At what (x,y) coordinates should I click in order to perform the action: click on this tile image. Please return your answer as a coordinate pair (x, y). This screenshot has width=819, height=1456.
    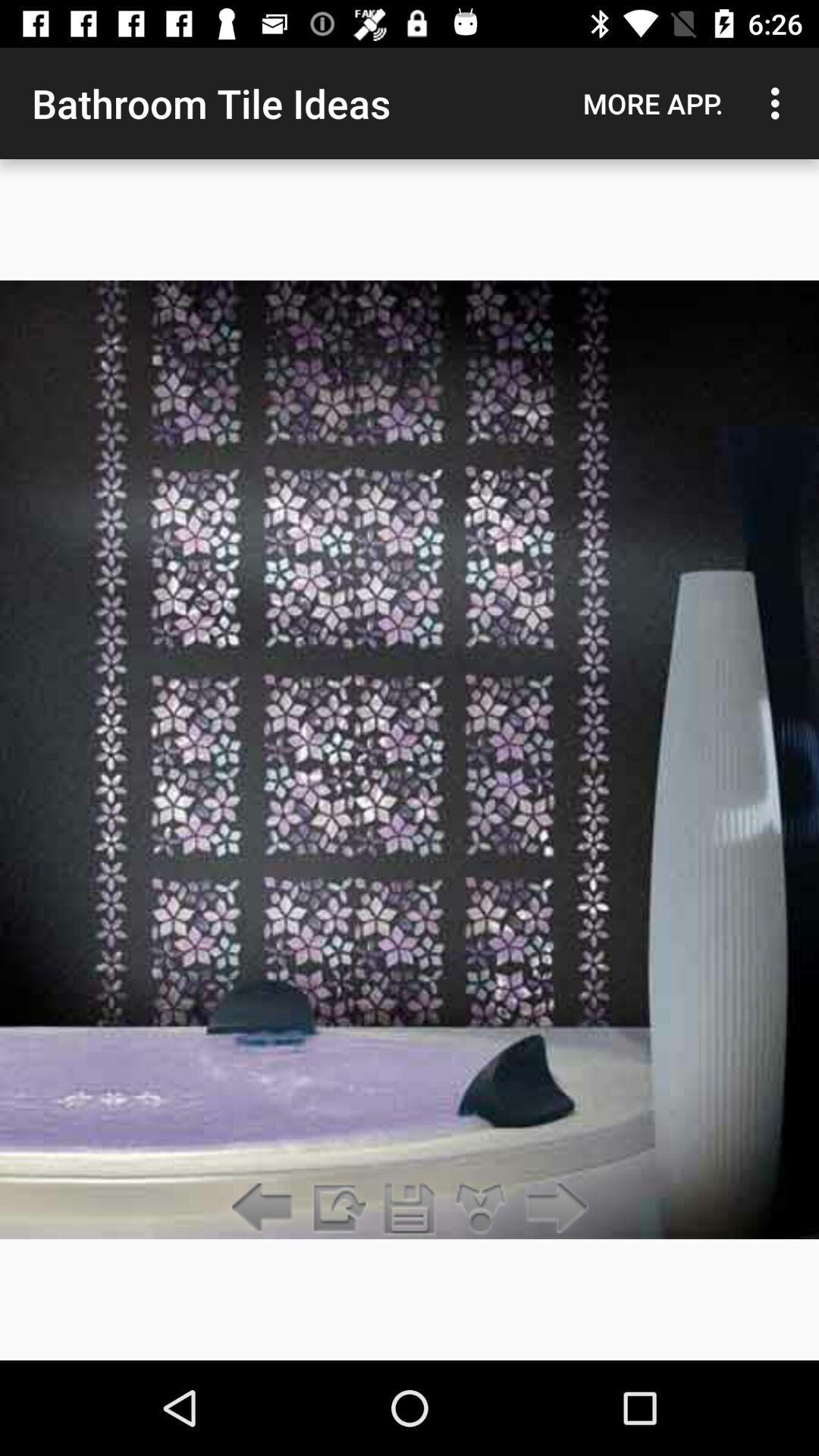
    Looking at the image, I should click on (409, 1208).